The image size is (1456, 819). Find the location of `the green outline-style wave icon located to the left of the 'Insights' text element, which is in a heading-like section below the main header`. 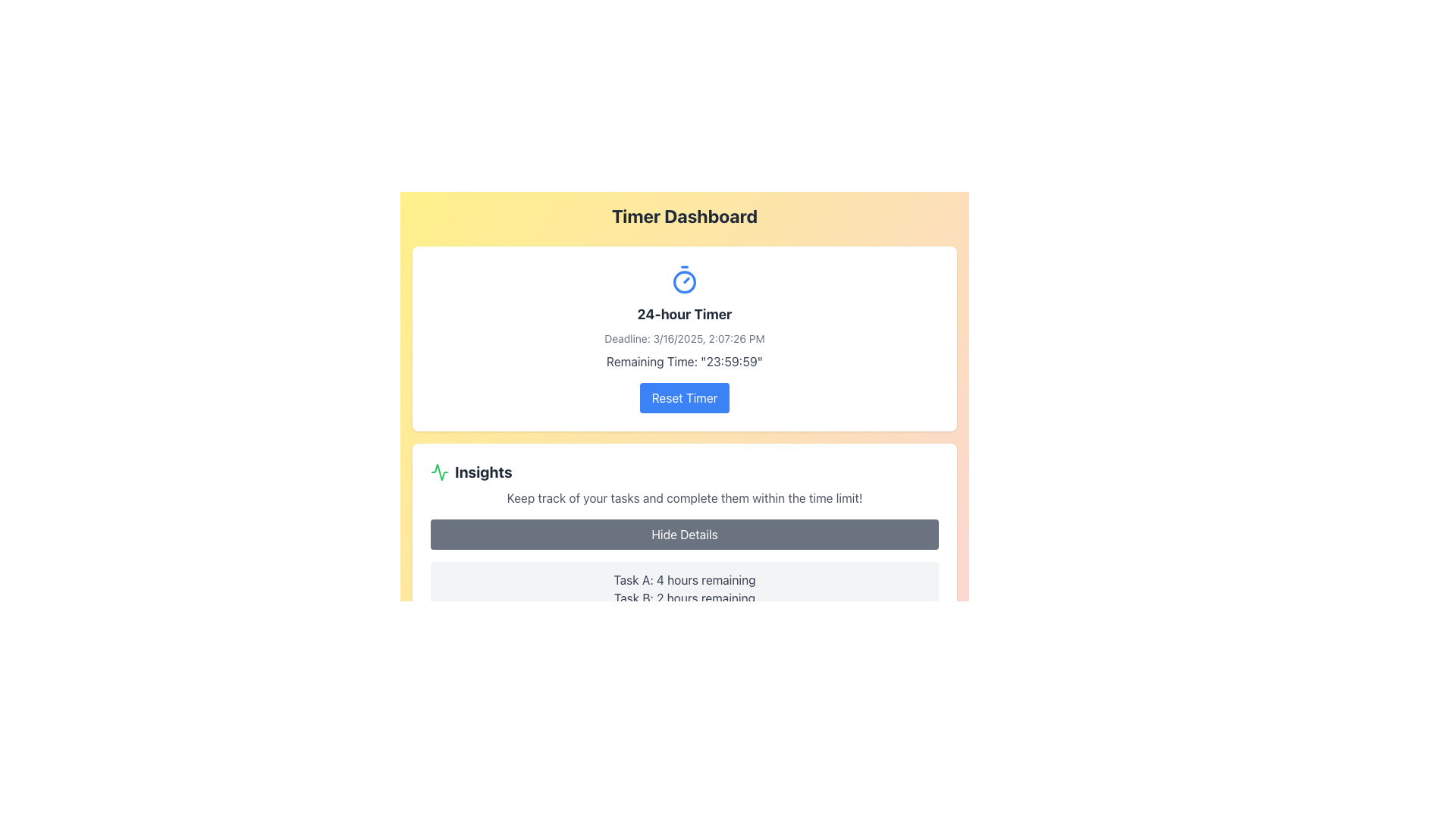

the green outline-style wave icon located to the left of the 'Insights' text element, which is in a heading-like section below the main header is located at coordinates (439, 472).